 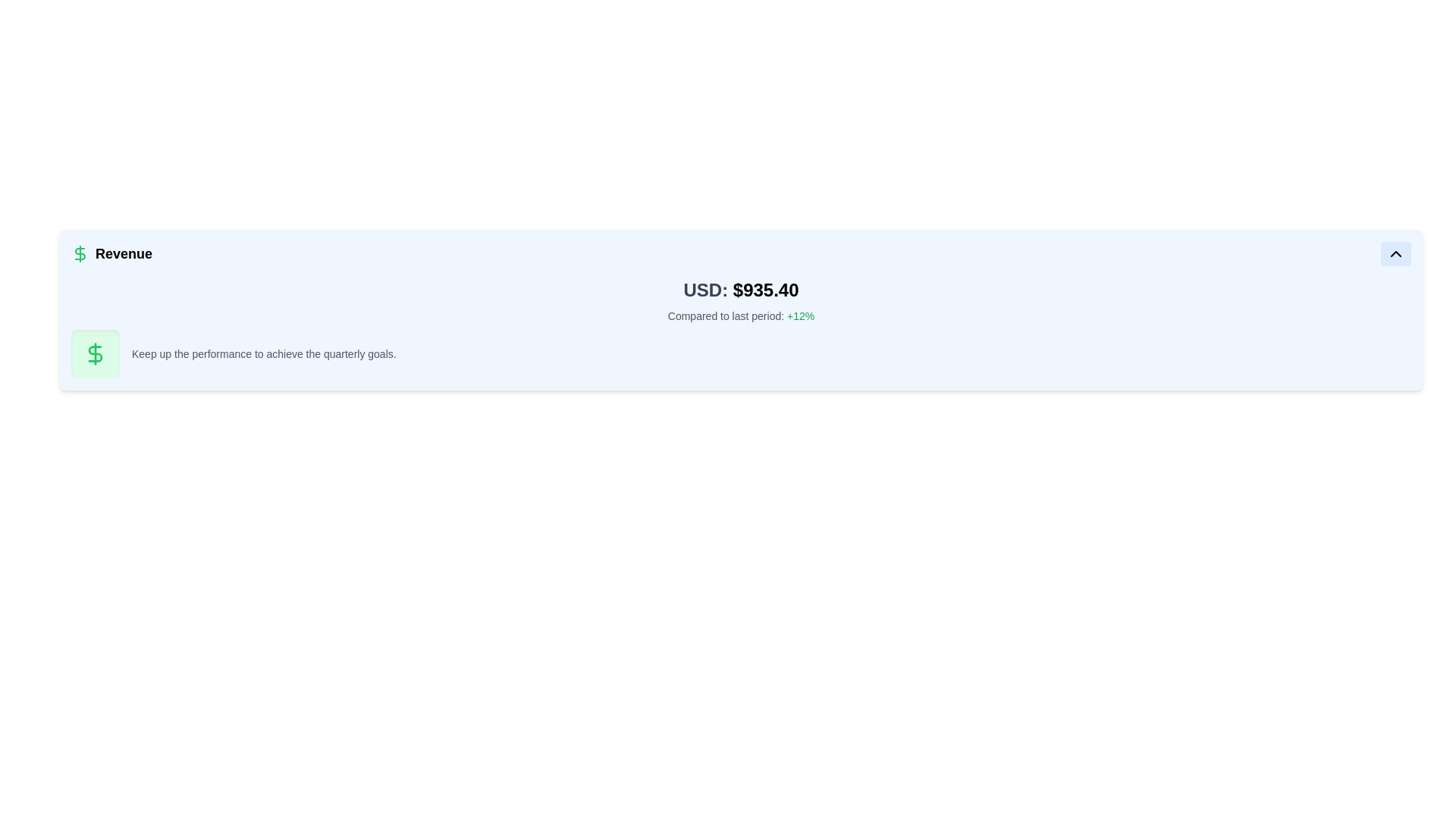 What do you see at coordinates (94, 353) in the screenshot?
I see `the financial icon located in the bottom left region next to the text 'Keep up the performance to achieve the quarterly goals.'` at bounding box center [94, 353].